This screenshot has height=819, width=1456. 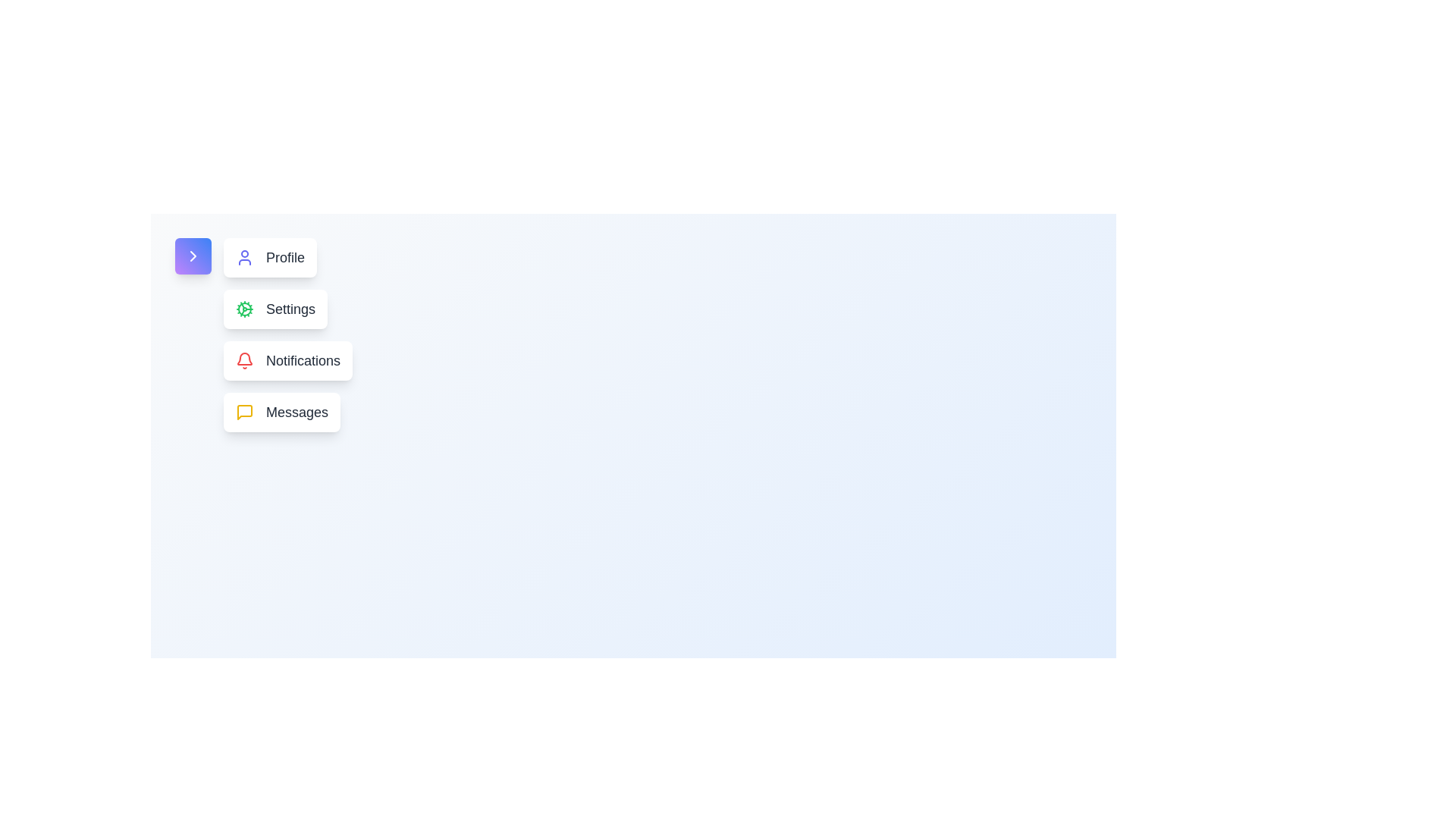 What do you see at coordinates (275, 309) in the screenshot?
I see `'Settings' button` at bounding box center [275, 309].